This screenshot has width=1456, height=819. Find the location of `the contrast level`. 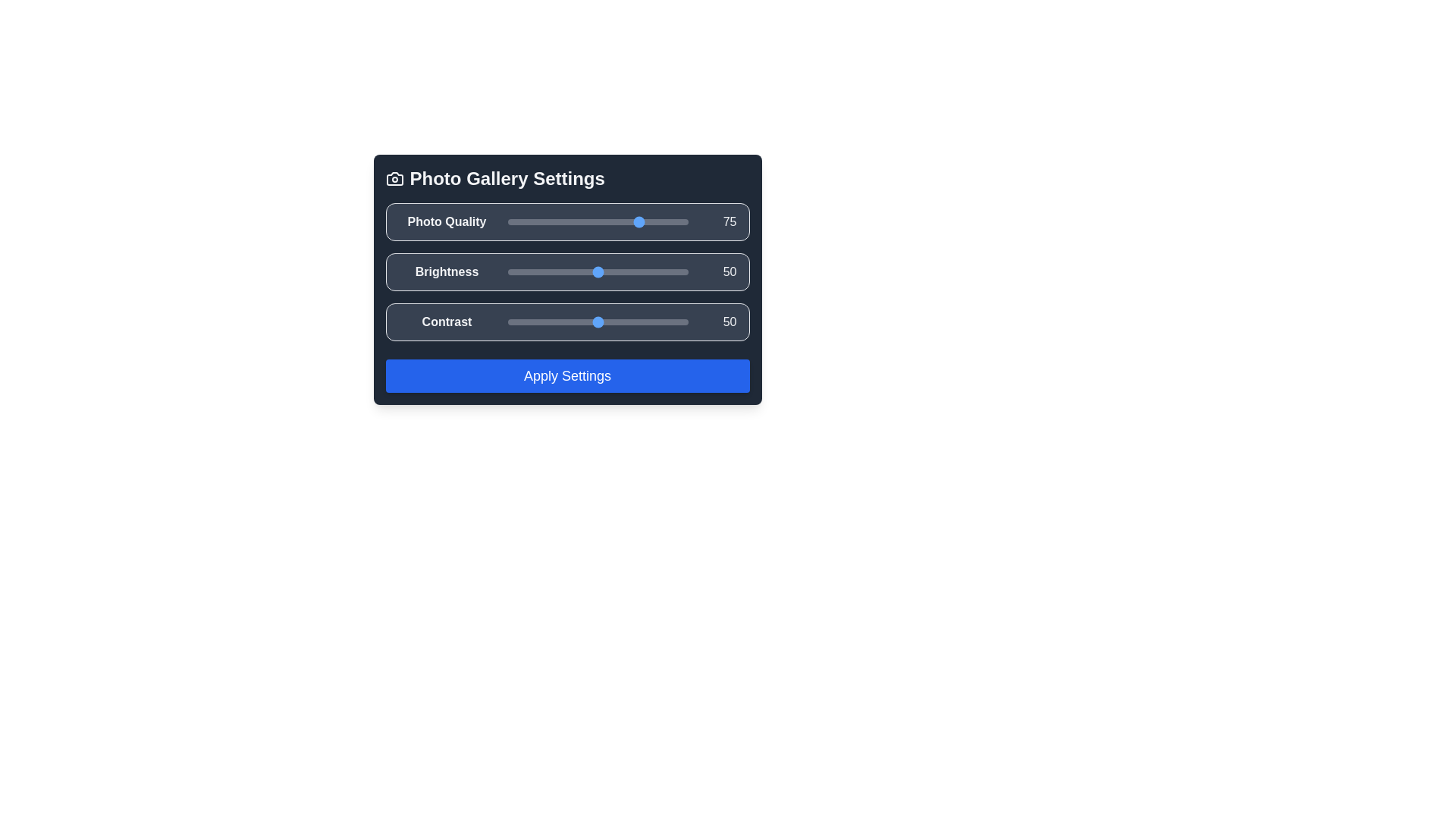

the contrast level is located at coordinates (589, 321).